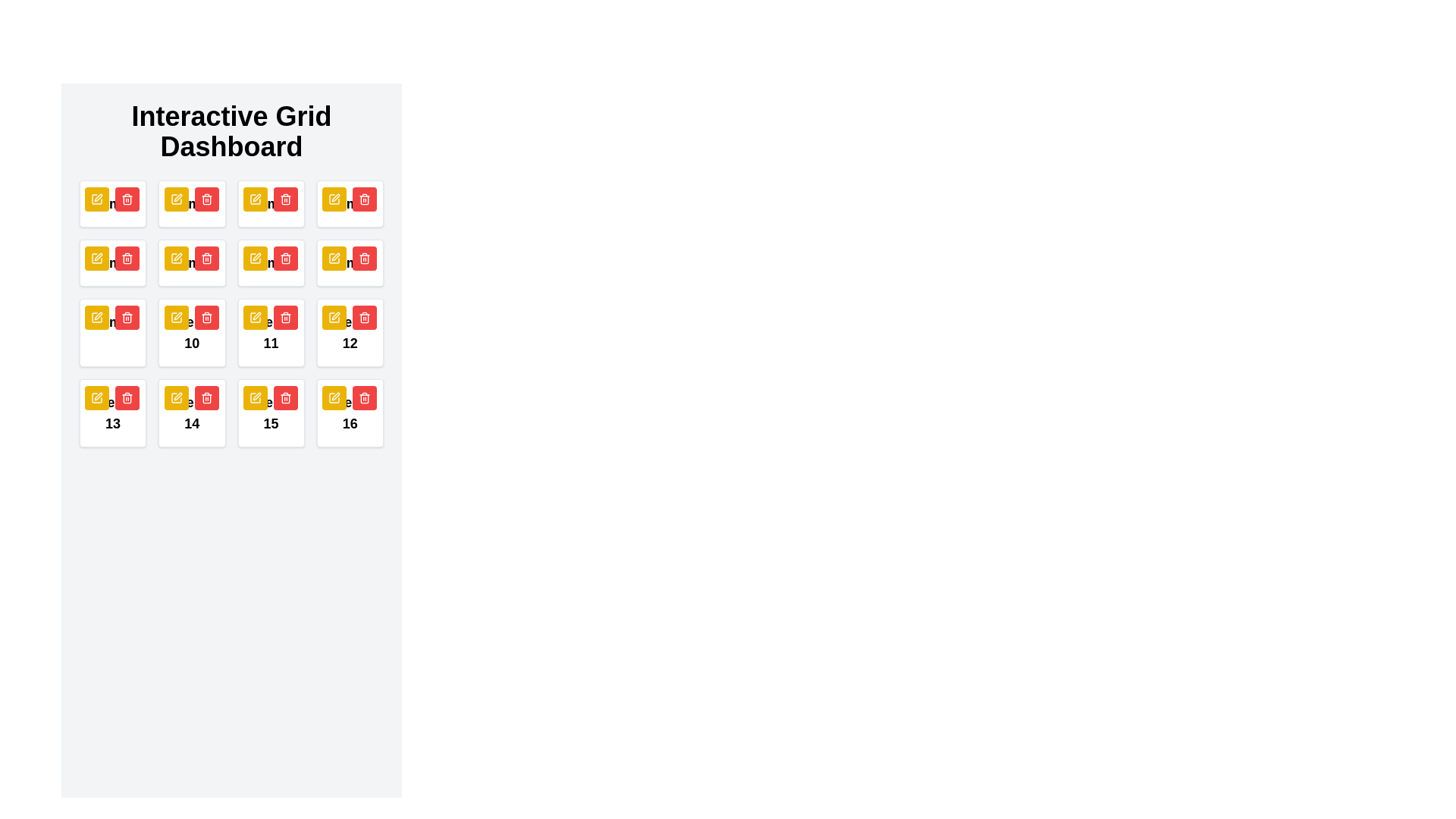  Describe the element at coordinates (127, 397) in the screenshot. I see `the 'delete' button` at that location.